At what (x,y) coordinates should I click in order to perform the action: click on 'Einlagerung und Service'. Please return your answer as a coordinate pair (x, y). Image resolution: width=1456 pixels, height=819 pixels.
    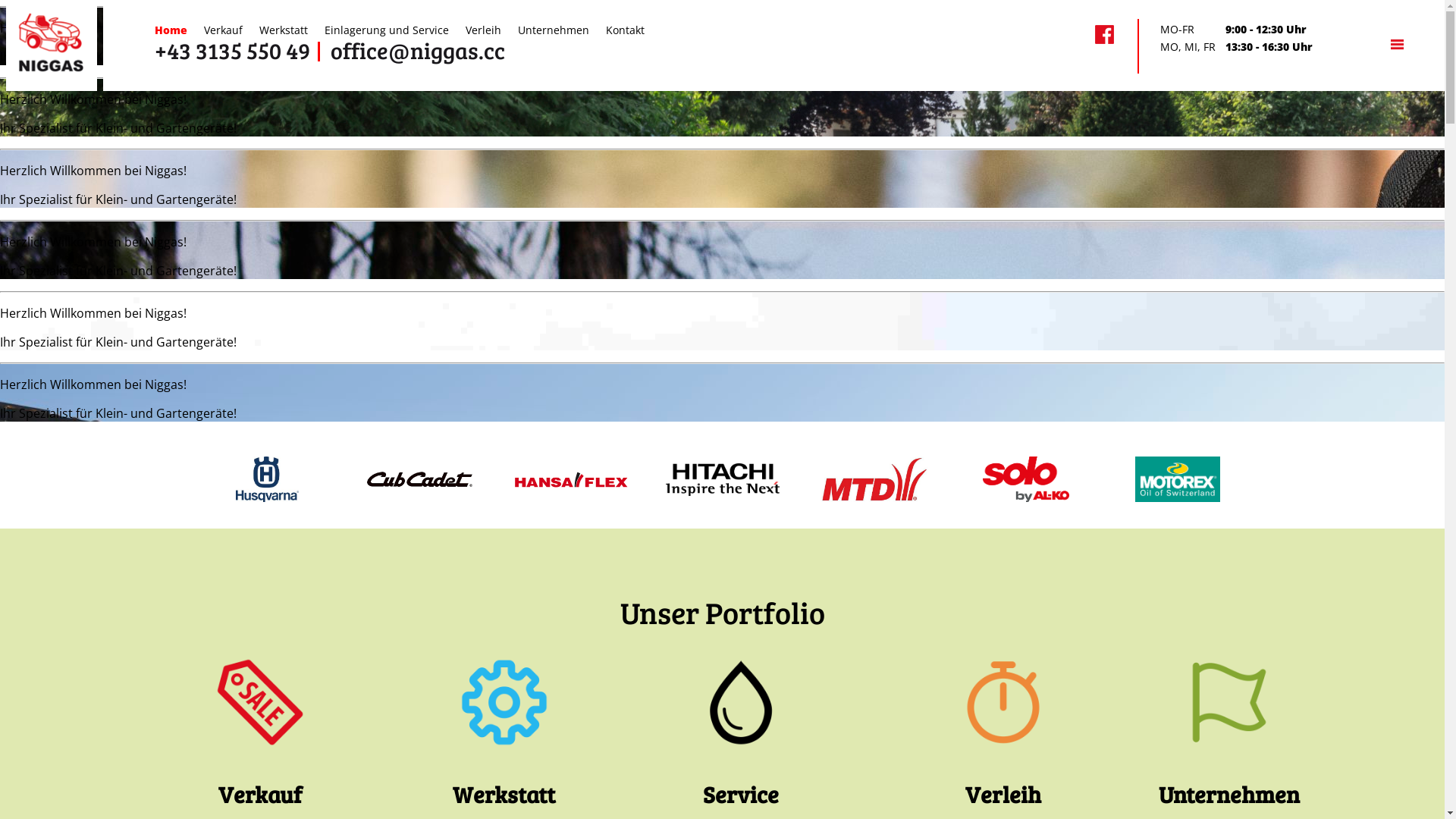
    Looking at the image, I should click on (323, 30).